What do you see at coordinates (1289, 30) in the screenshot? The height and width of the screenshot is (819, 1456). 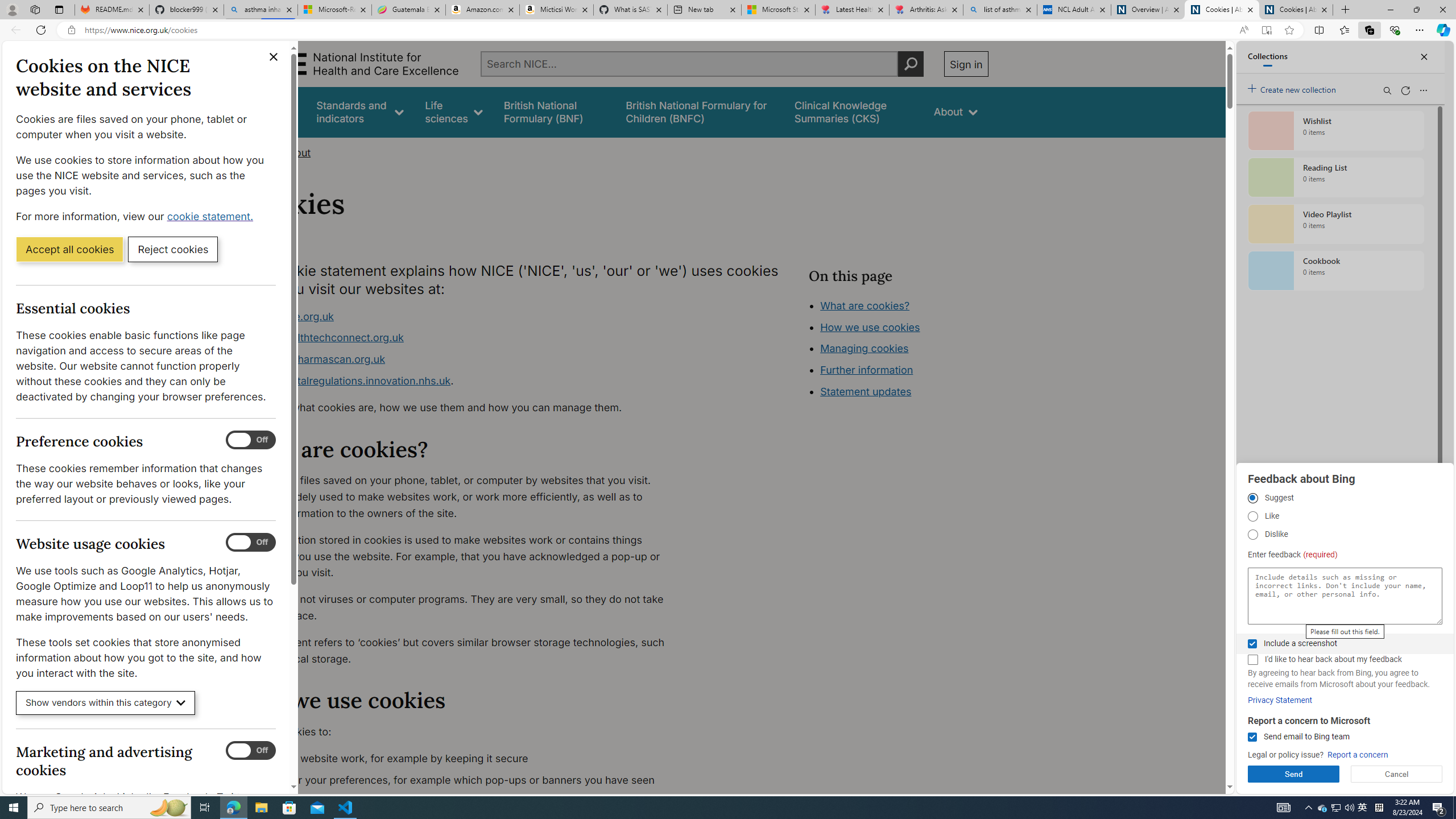 I see `'Add this page to favorites (Ctrl+D)'` at bounding box center [1289, 30].